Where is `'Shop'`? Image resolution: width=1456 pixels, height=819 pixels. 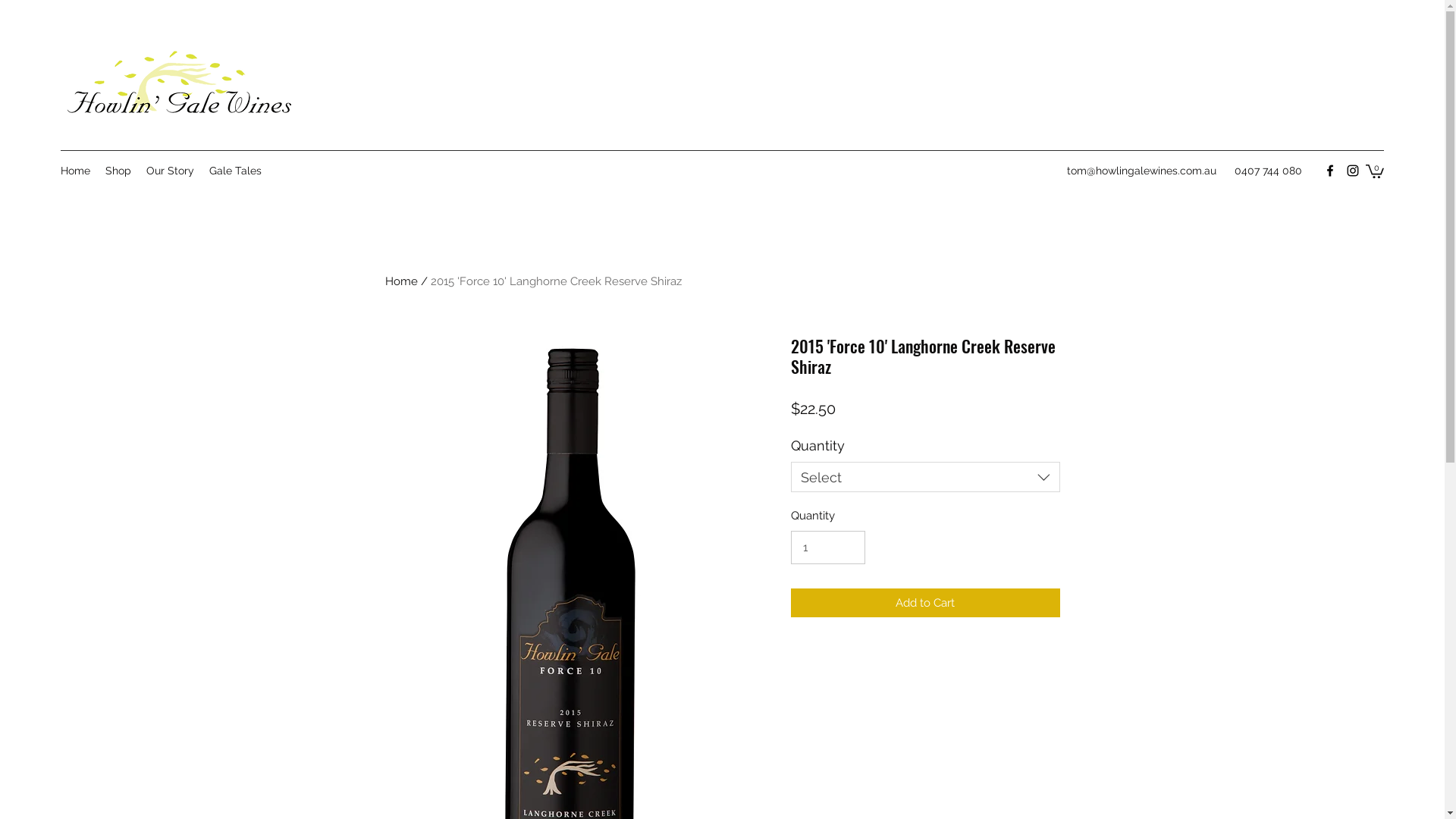 'Shop' is located at coordinates (117, 170).